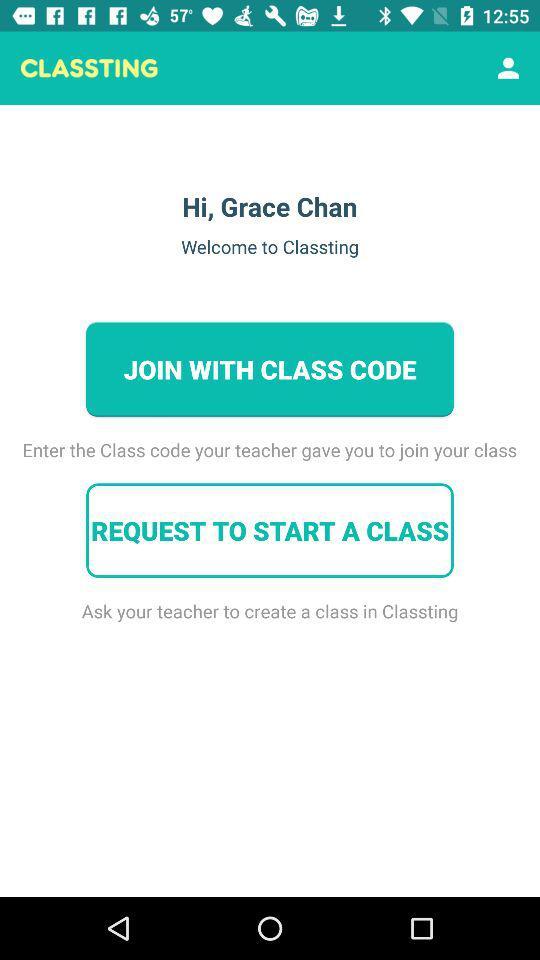  I want to click on the item above ask your teacher item, so click(270, 529).